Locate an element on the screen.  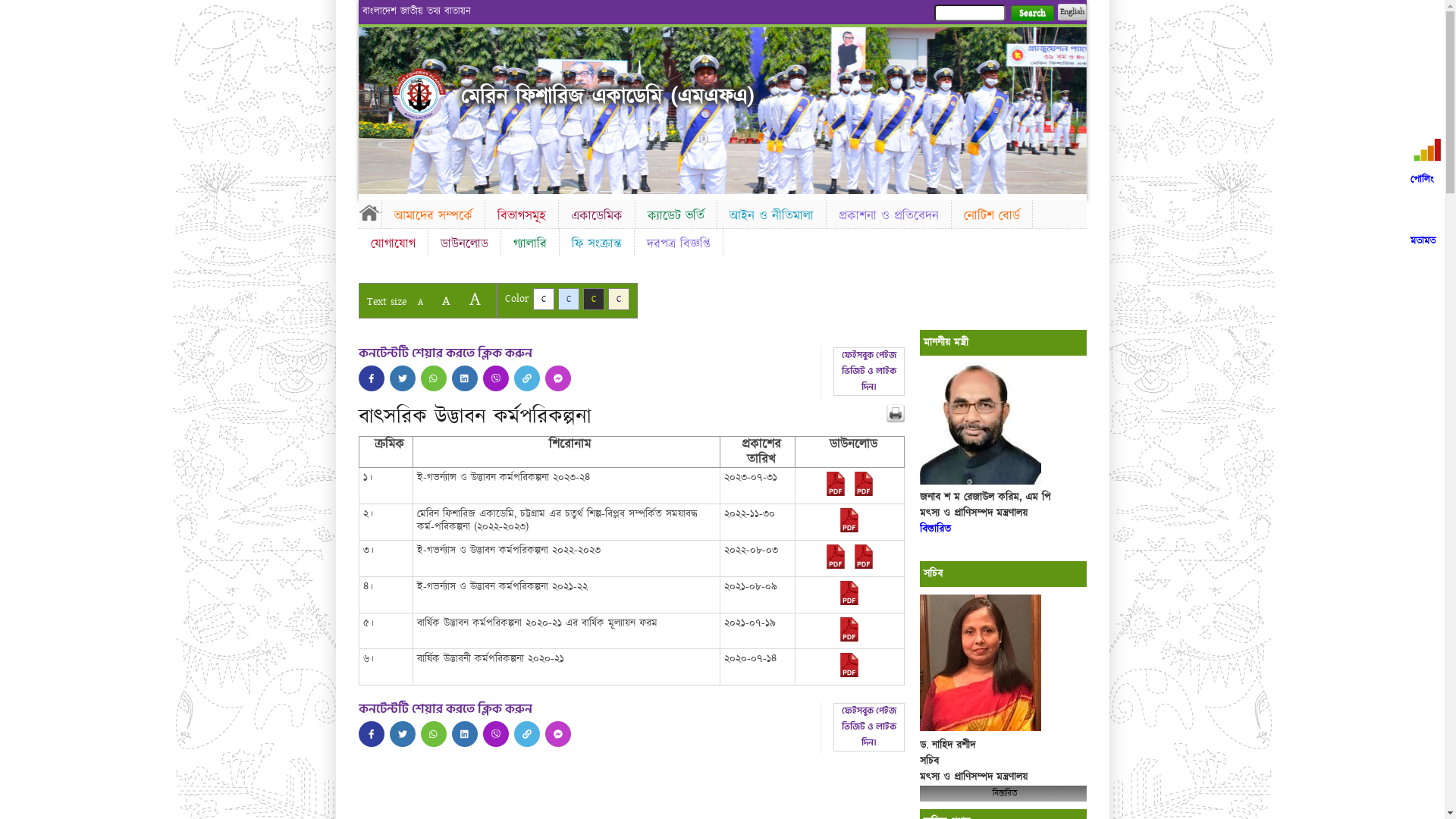
'Home' is located at coordinates (369, 212).